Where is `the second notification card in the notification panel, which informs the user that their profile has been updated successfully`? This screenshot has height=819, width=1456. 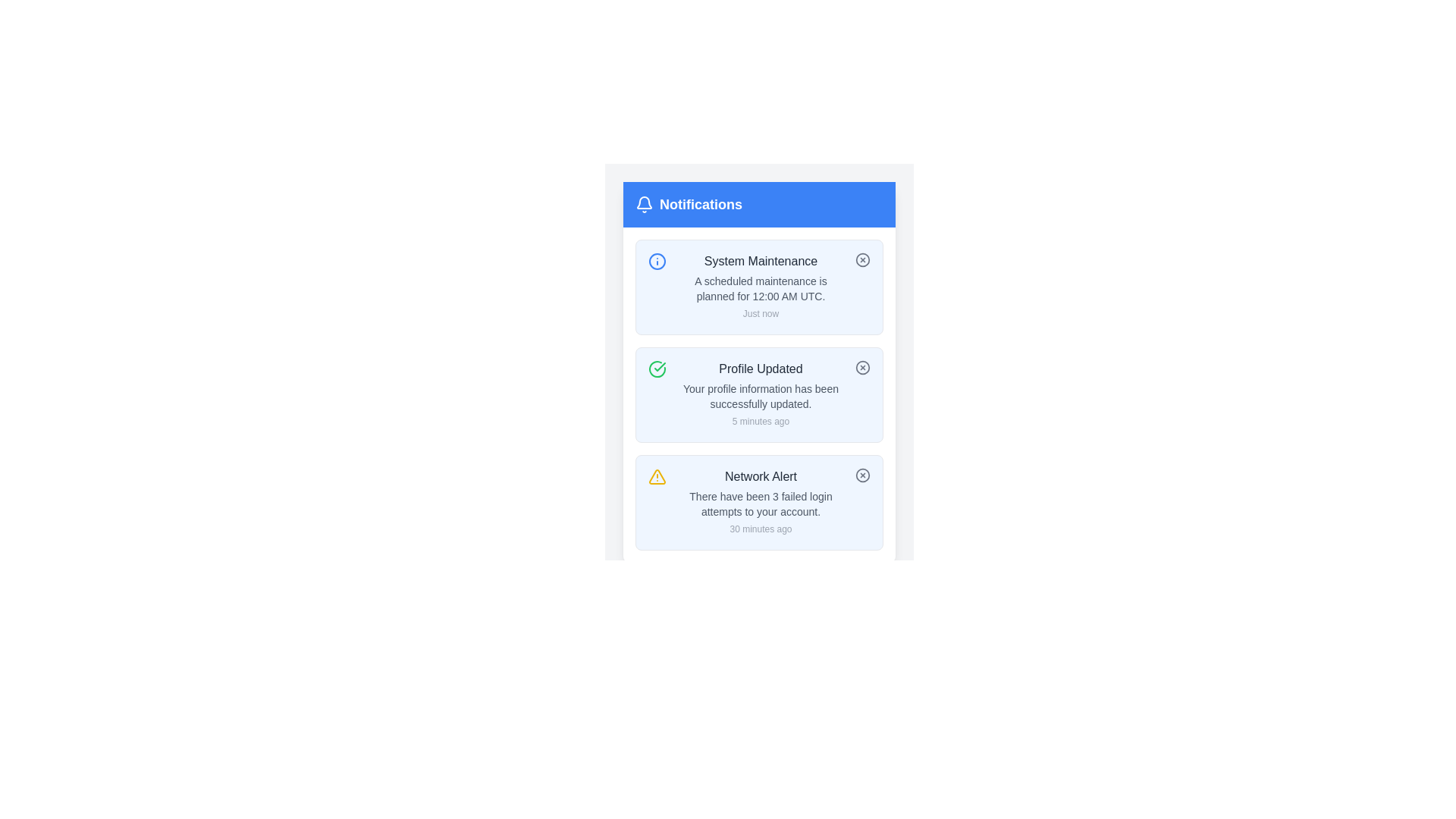
the second notification card in the notification panel, which informs the user that their profile has been updated successfully is located at coordinates (759, 394).